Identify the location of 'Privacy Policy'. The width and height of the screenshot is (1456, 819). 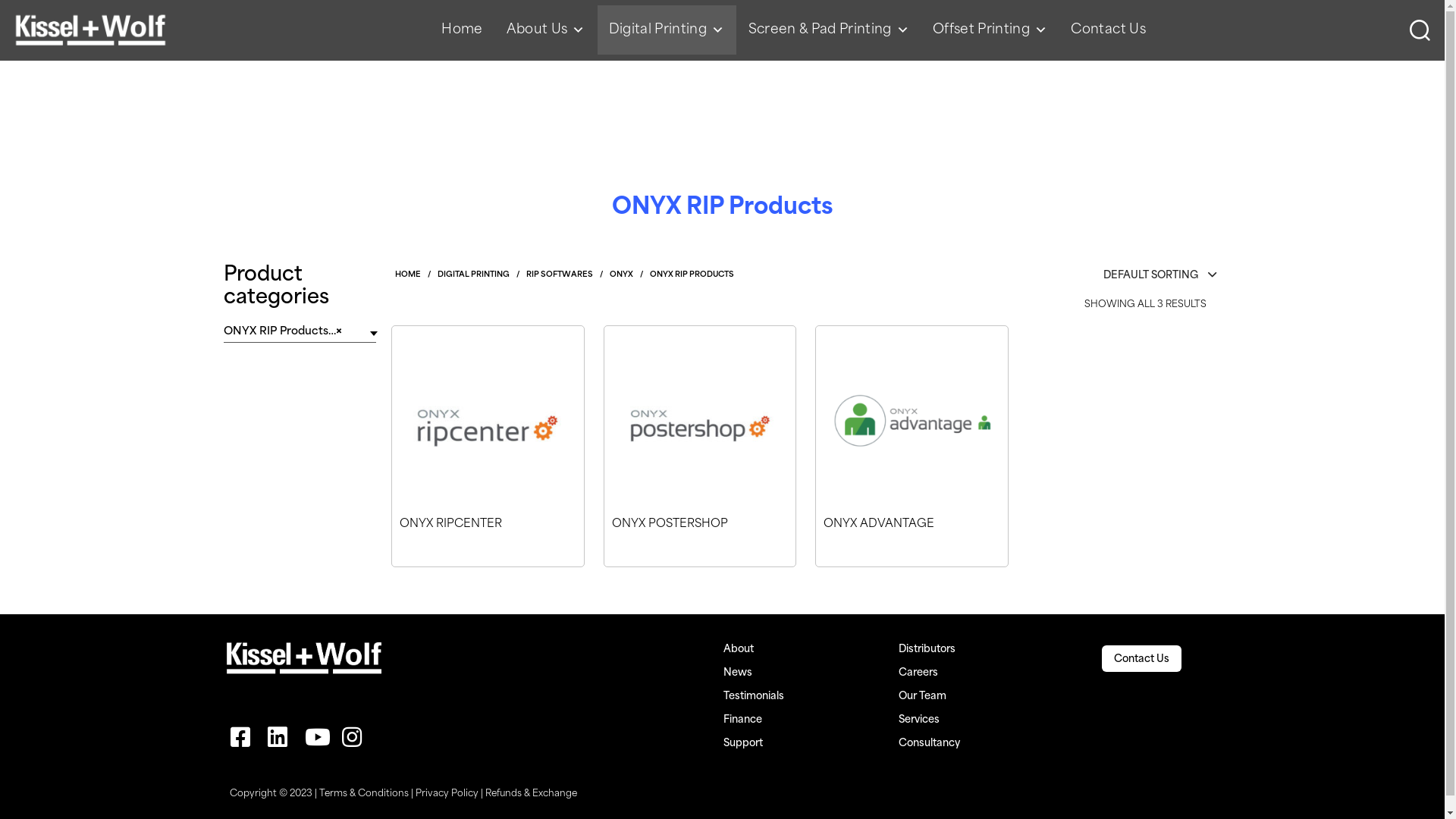
(446, 793).